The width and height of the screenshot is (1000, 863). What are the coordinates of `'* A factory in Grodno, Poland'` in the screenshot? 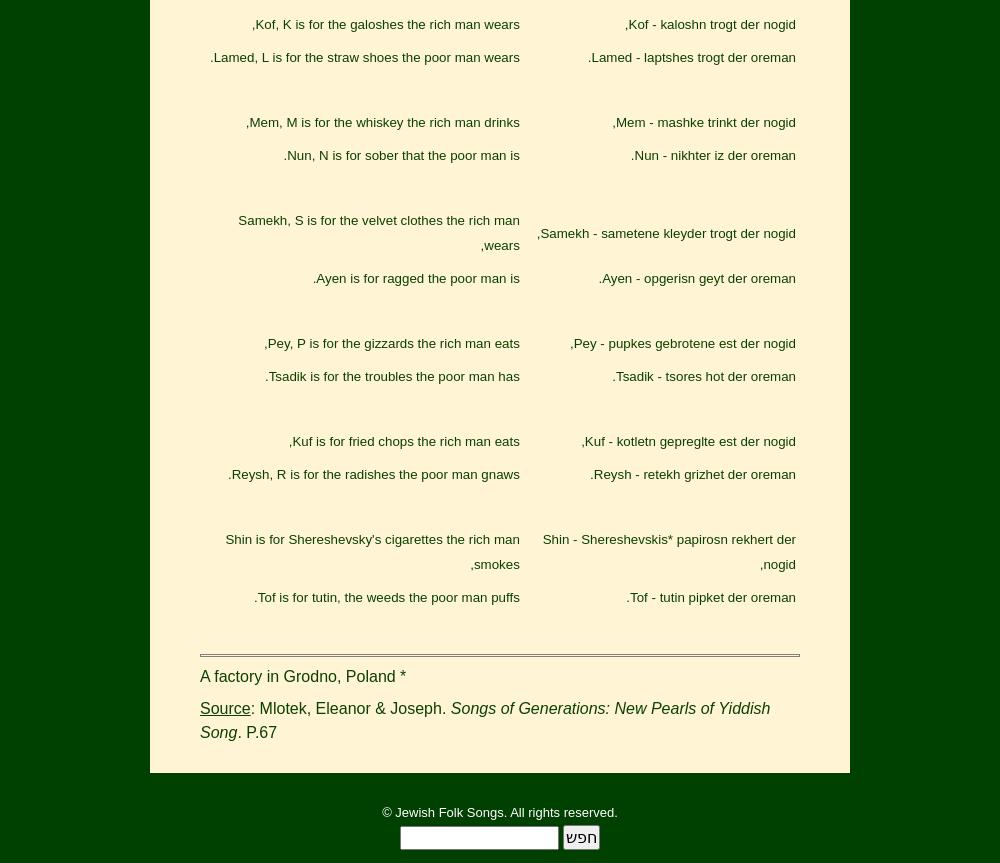 It's located at (199, 675).